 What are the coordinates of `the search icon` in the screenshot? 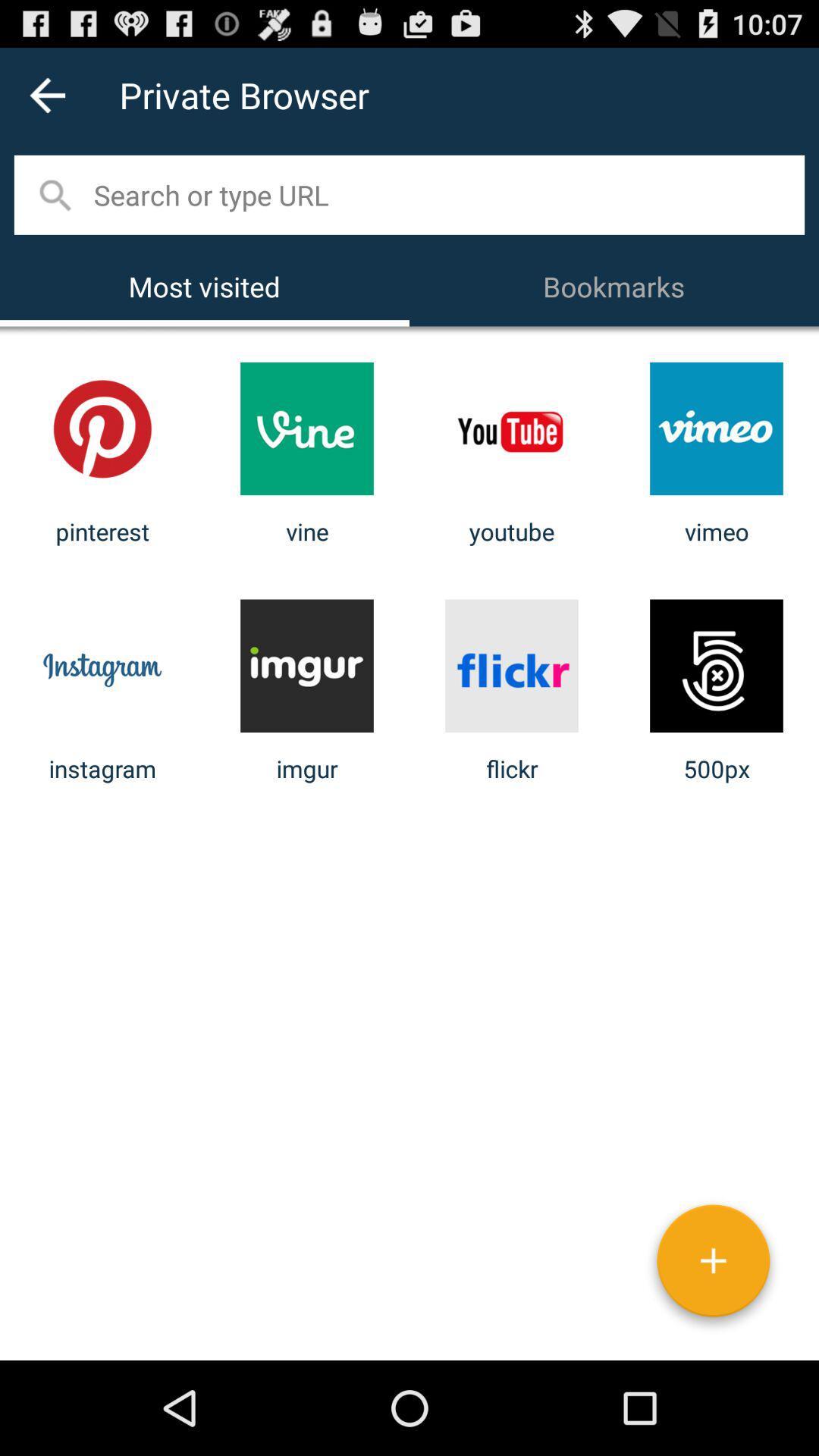 It's located at (53, 208).